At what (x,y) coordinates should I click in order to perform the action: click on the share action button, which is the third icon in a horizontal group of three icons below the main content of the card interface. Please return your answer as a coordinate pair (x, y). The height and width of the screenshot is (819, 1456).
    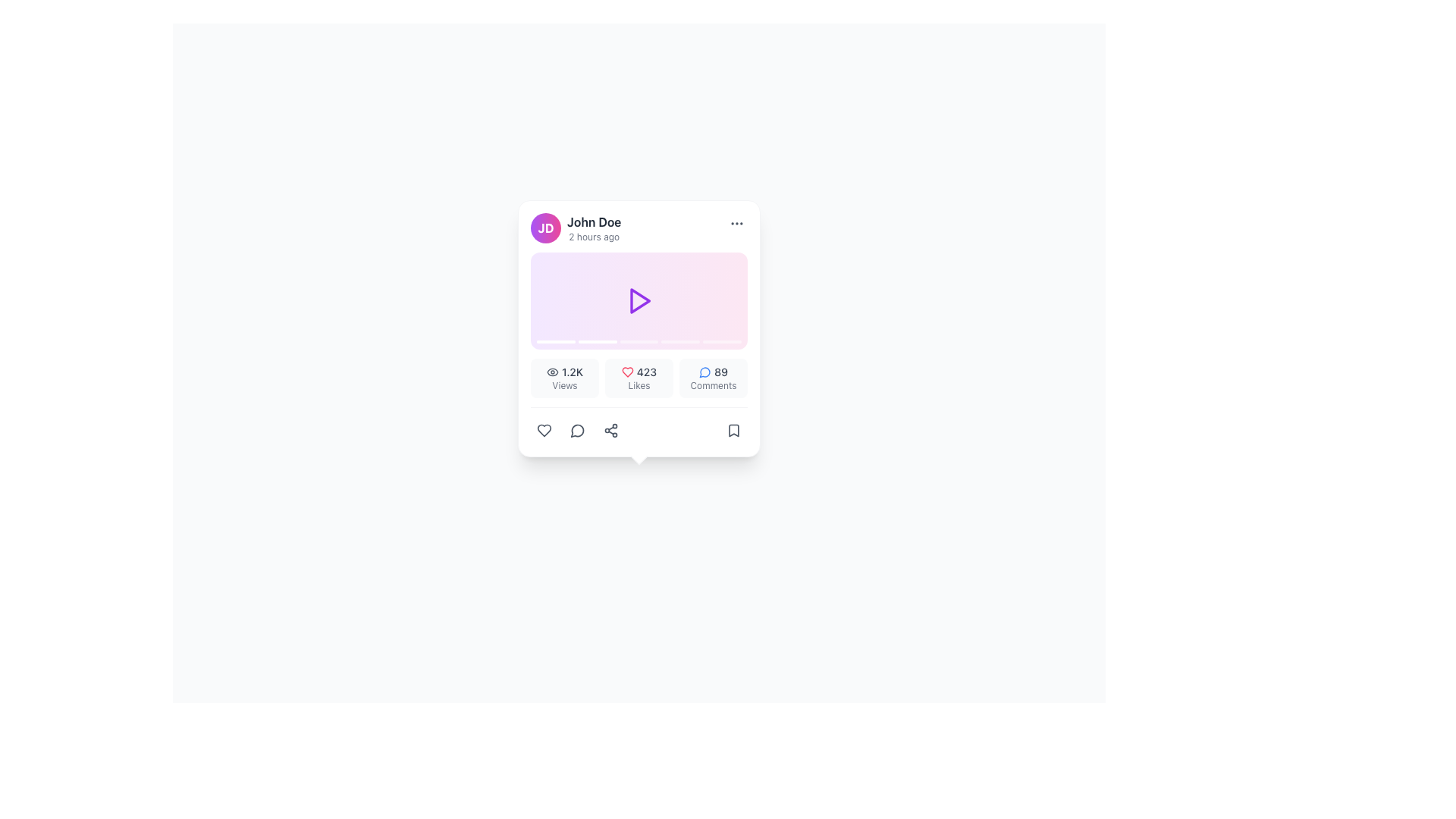
    Looking at the image, I should click on (611, 430).